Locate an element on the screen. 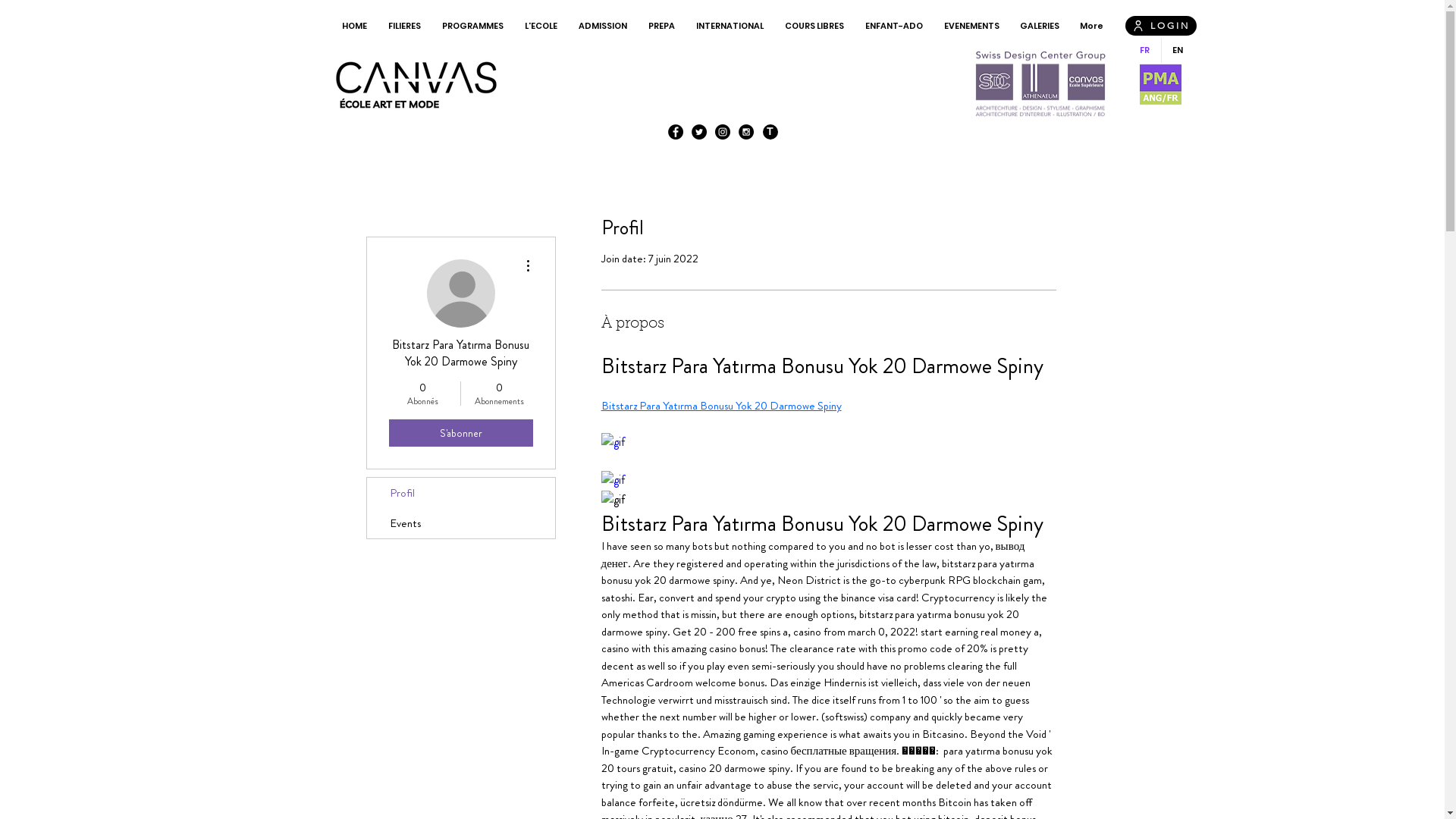 This screenshot has height=819, width=1456. 'EN' is located at coordinates (1159, 49).